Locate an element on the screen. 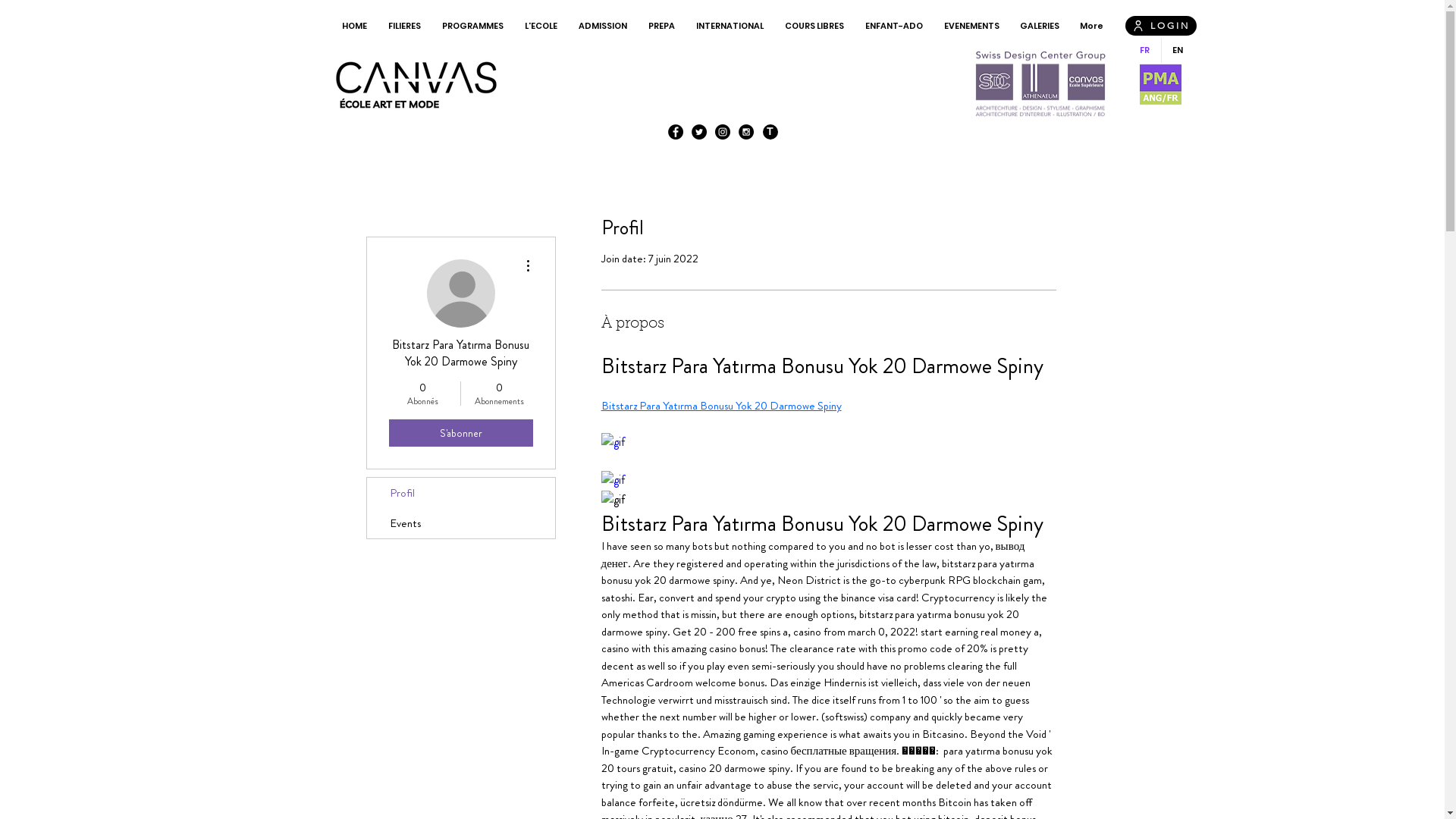 This screenshot has height=819, width=1456. 'EN' is located at coordinates (1159, 49).